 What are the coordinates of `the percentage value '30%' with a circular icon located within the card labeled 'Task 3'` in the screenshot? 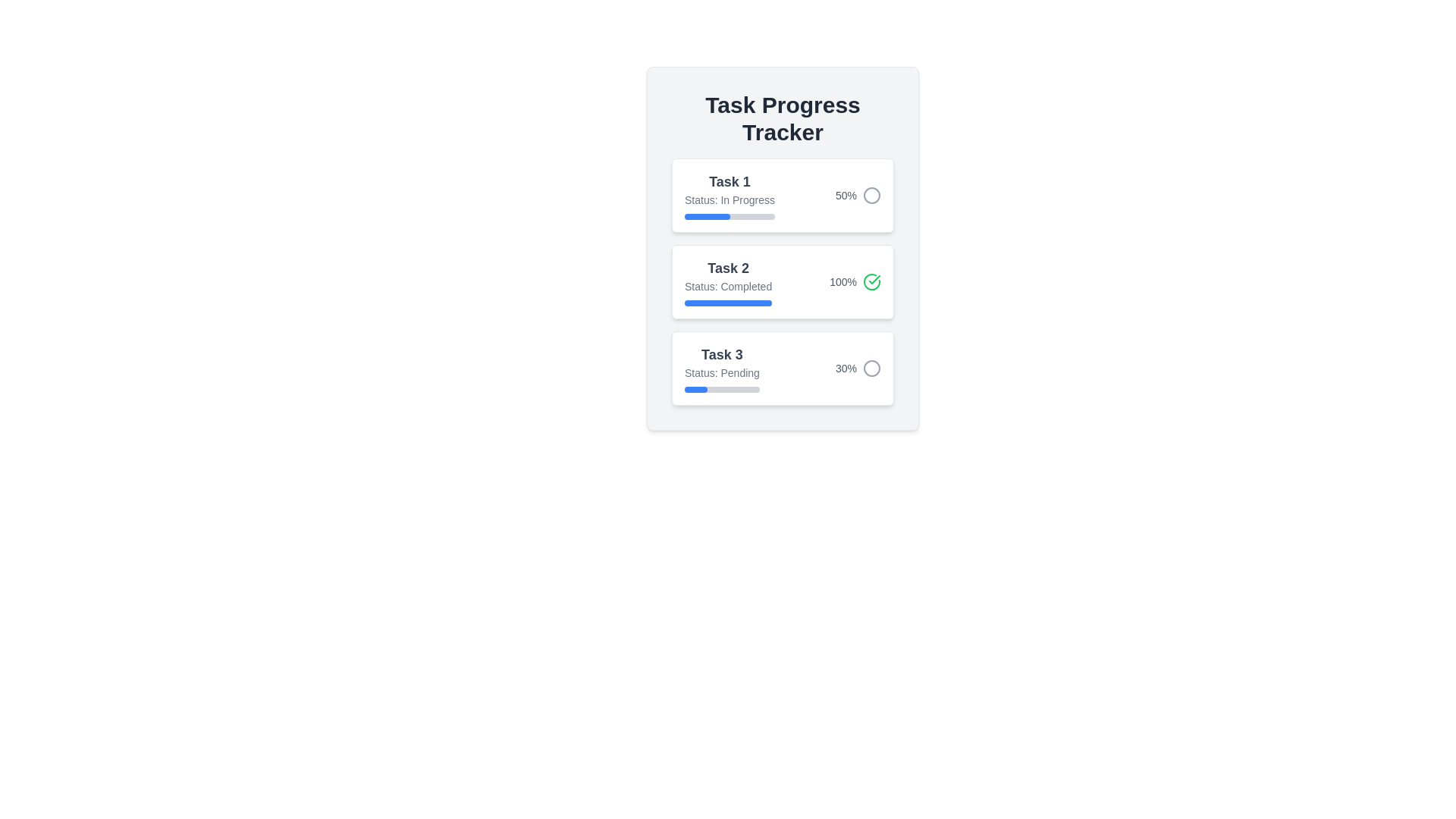 It's located at (858, 369).